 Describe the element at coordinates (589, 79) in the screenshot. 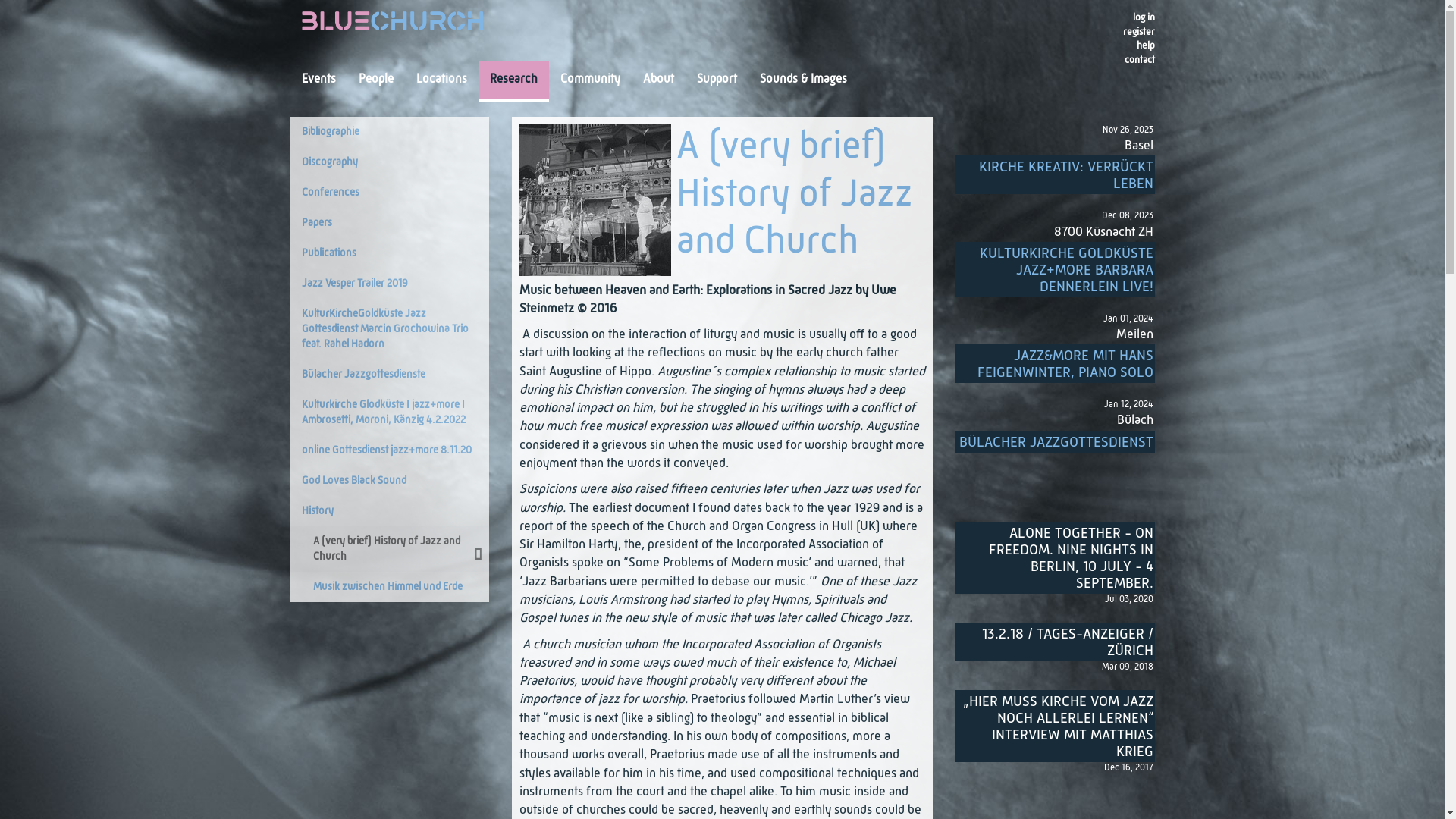

I see `'Community'` at that location.